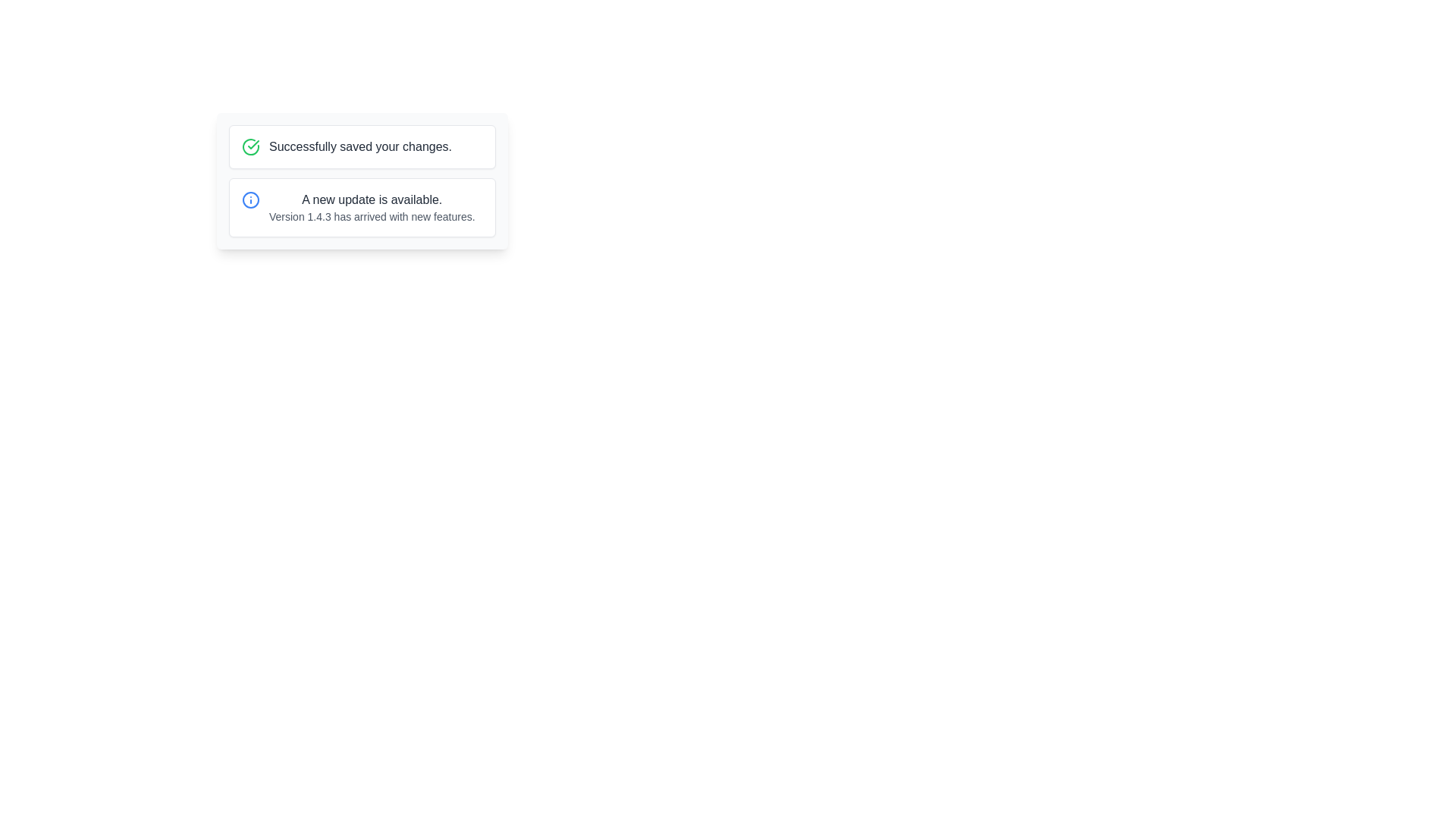  I want to click on the icon next to the notification labeled 'Successfully saved your changes.', so click(251, 146).